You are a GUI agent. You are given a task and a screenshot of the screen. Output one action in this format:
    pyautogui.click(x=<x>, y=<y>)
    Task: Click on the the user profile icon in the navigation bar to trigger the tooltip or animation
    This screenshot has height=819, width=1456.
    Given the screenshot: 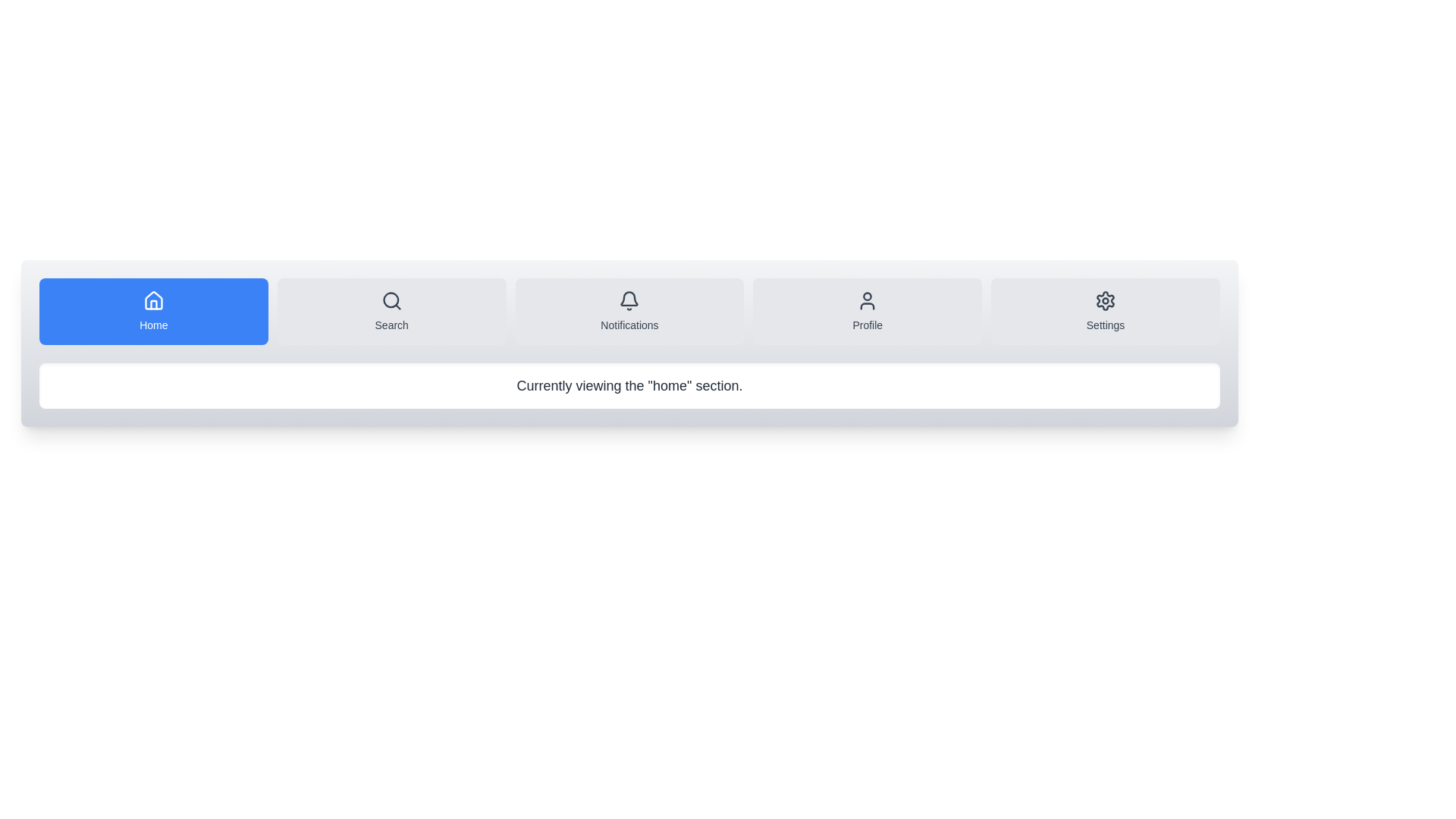 What is the action you would take?
    pyautogui.click(x=868, y=301)
    